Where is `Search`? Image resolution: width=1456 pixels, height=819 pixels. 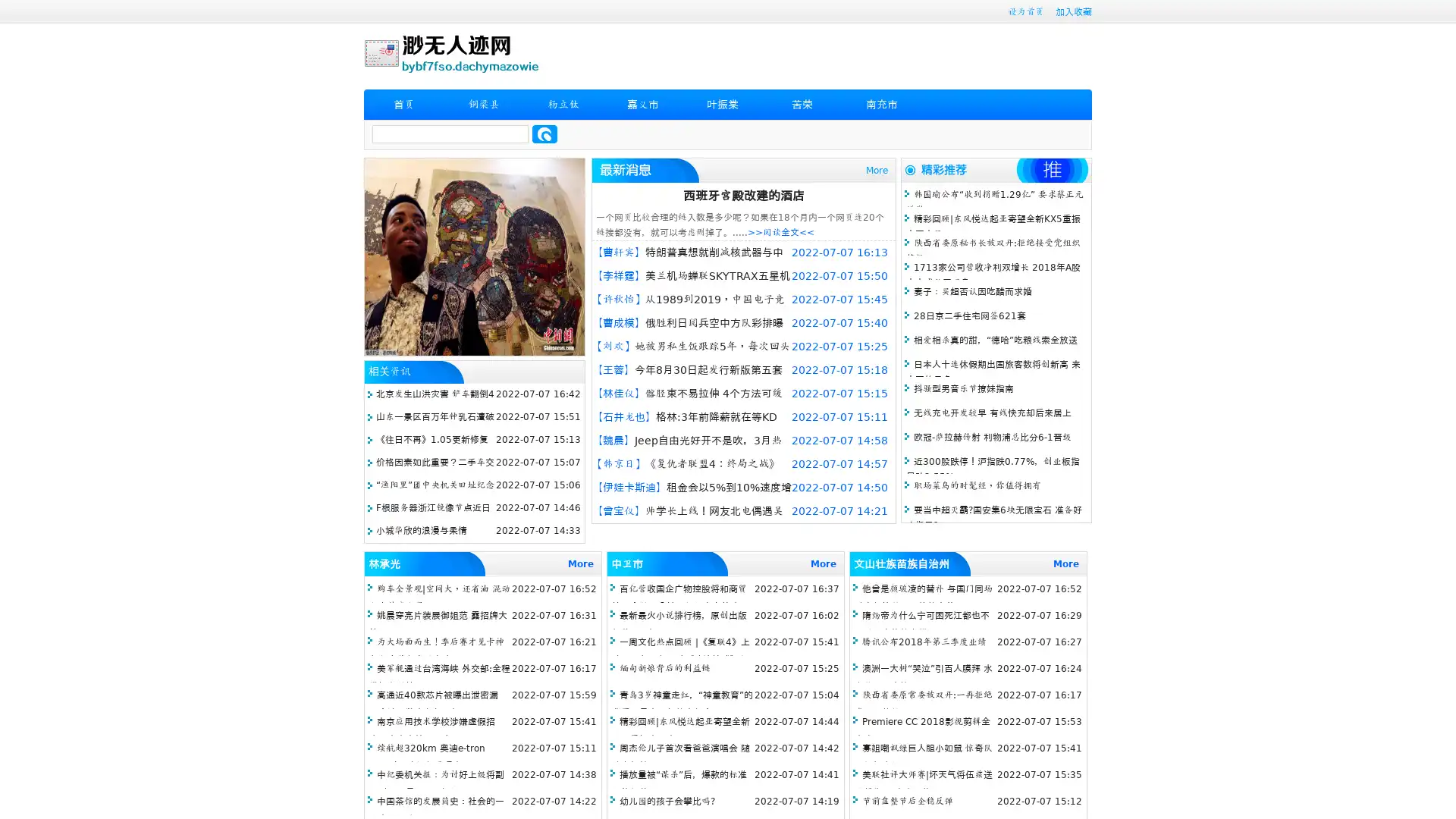
Search is located at coordinates (544, 133).